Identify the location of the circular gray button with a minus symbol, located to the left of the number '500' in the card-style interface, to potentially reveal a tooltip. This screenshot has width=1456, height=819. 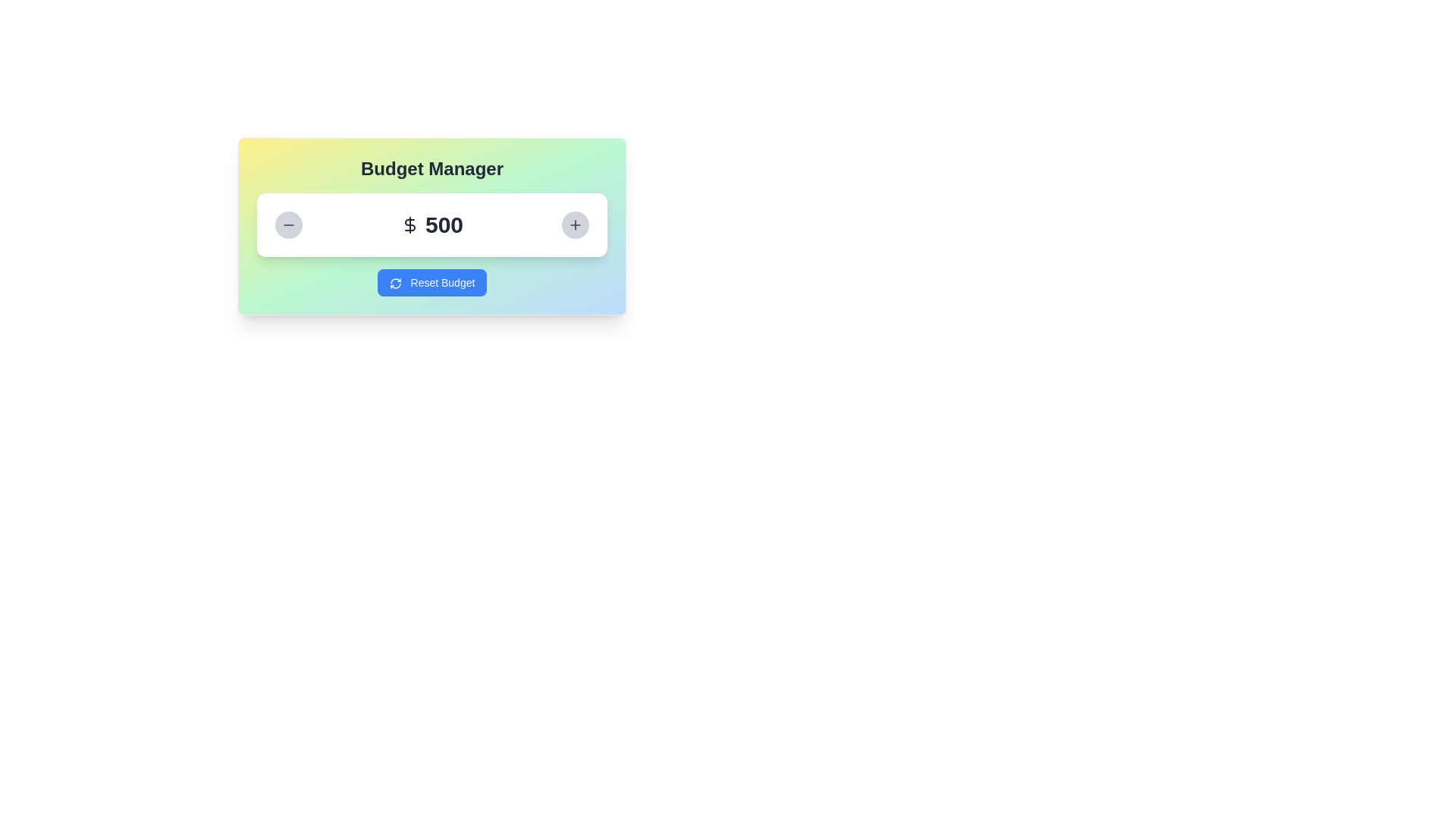
(288, 225).